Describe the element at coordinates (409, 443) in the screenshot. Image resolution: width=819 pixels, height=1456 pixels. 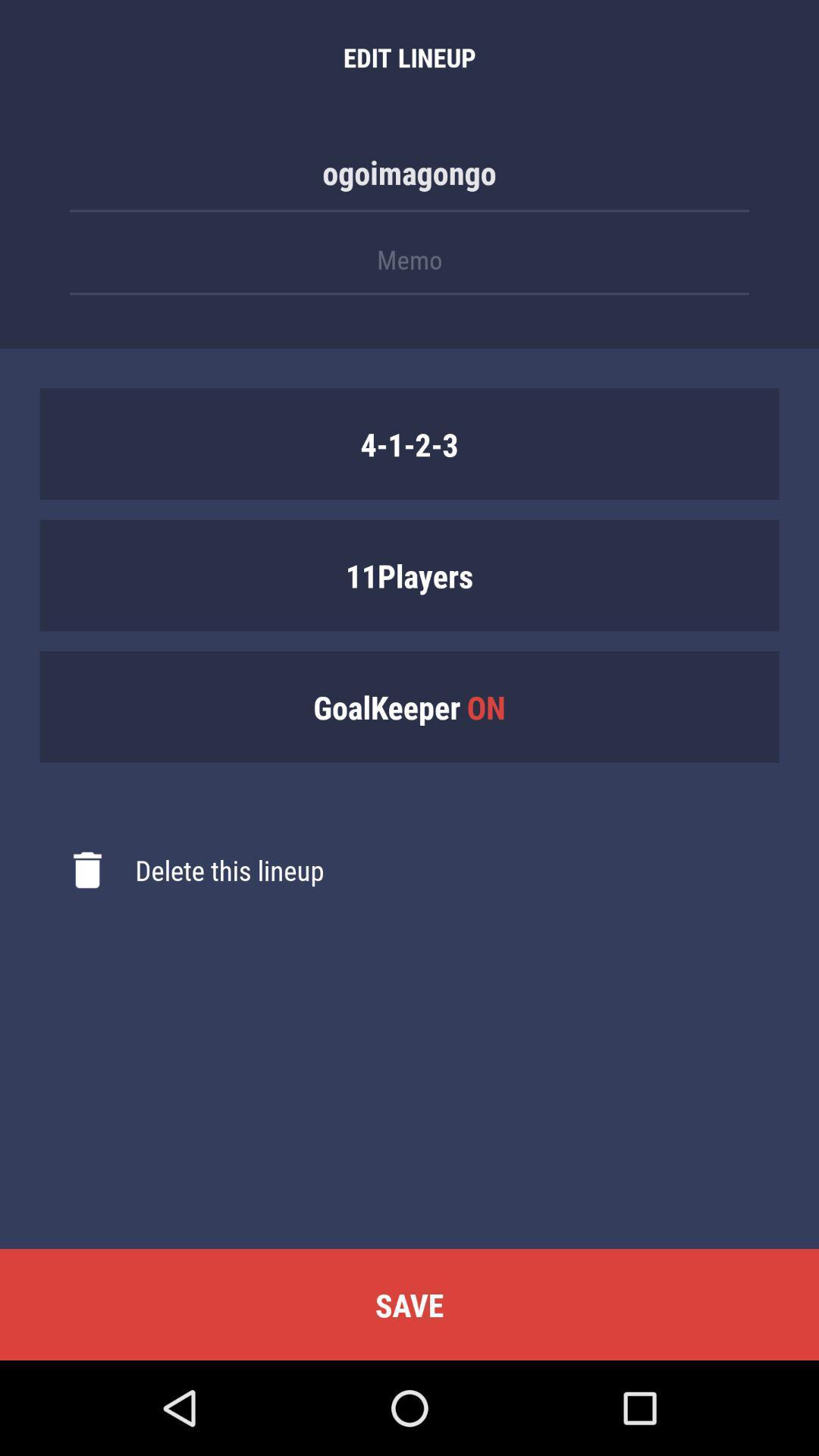
I see `4 1 2 item` at that location.